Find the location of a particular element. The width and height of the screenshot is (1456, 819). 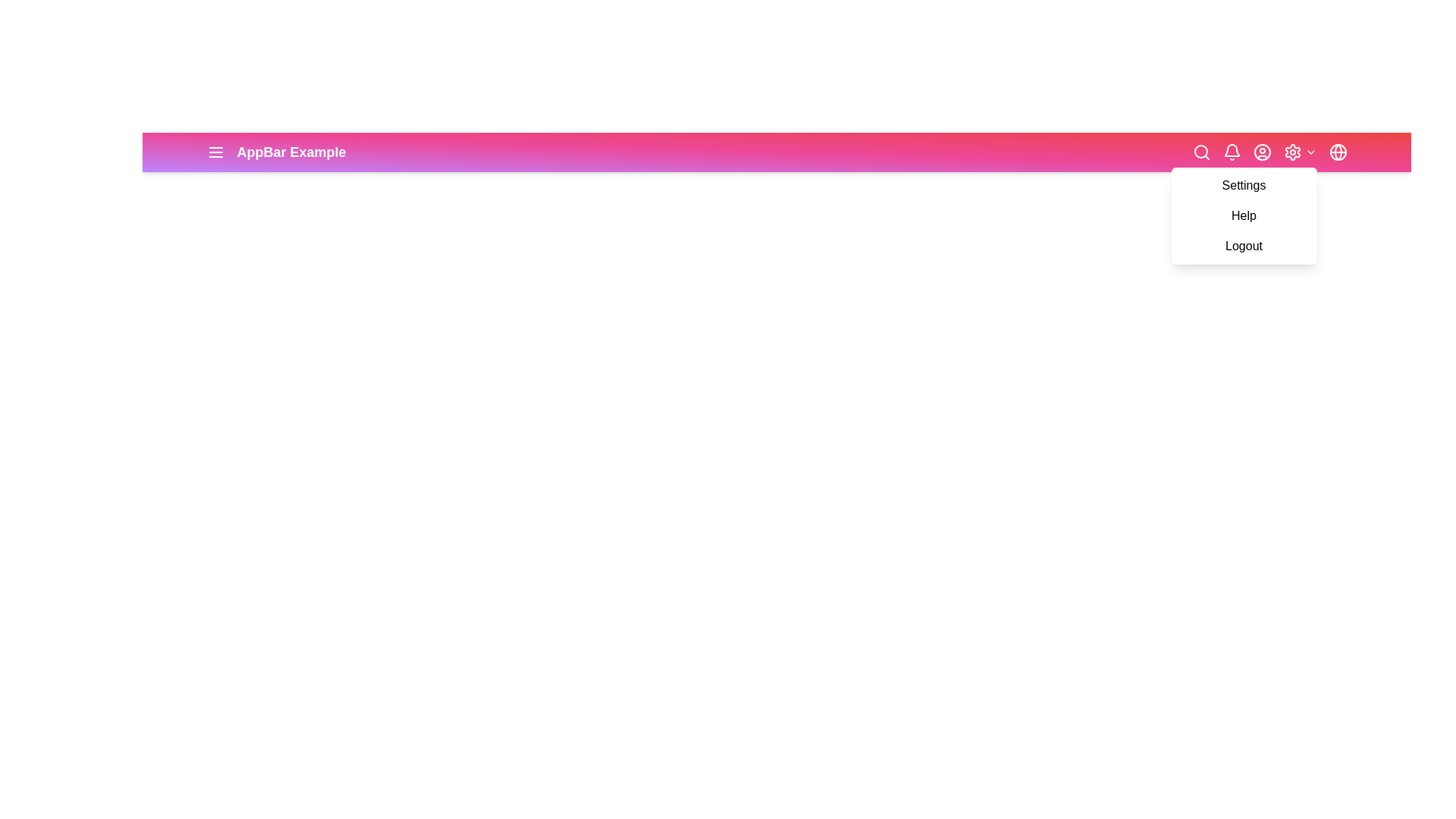

the Logout from the settings dropdown is located at coordinates (1244, 245).